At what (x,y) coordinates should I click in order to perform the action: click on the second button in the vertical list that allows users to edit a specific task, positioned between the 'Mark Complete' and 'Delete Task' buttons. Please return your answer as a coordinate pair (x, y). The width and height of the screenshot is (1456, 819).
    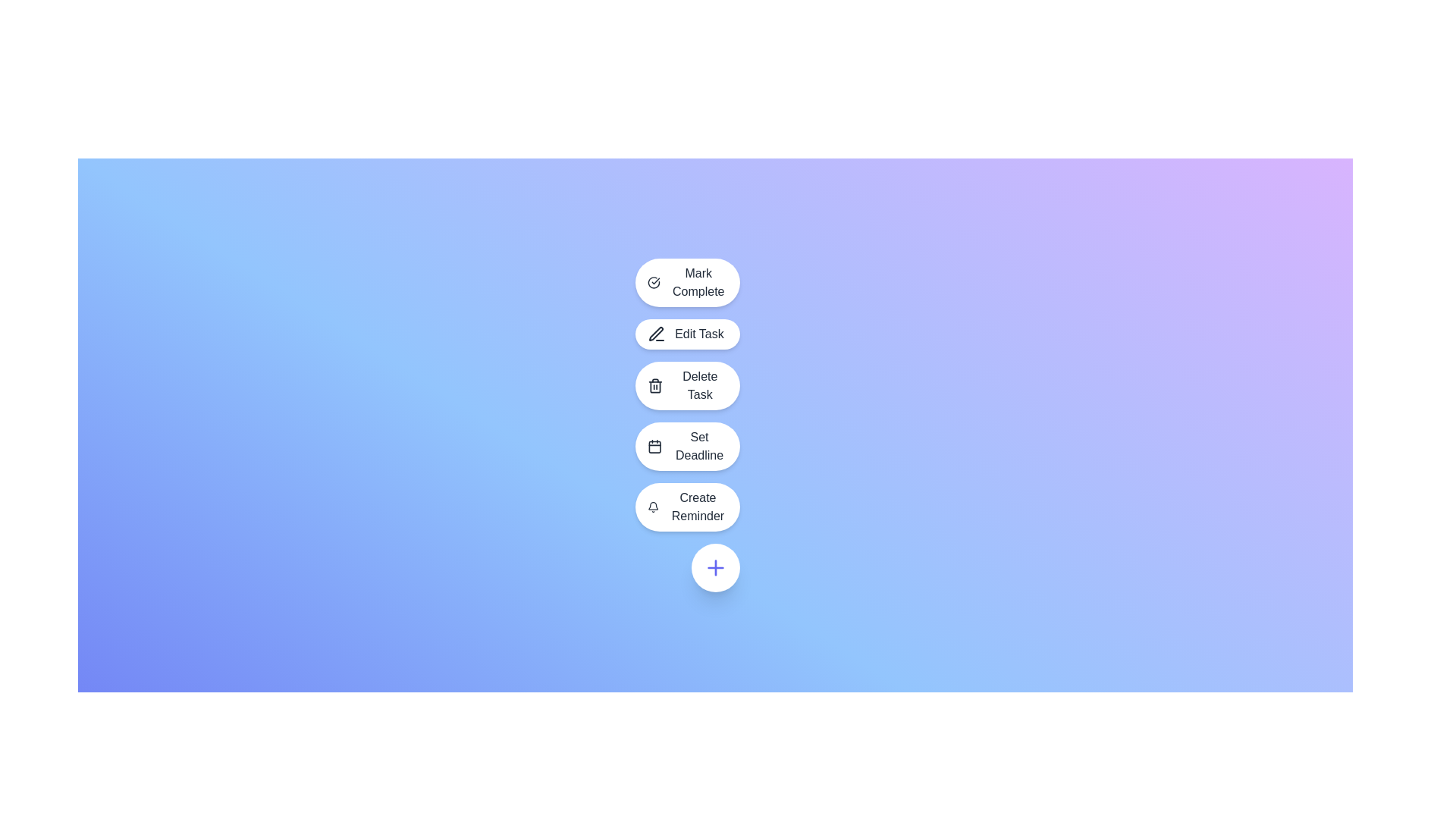
    Looking at the image, I should click on (686, 333).